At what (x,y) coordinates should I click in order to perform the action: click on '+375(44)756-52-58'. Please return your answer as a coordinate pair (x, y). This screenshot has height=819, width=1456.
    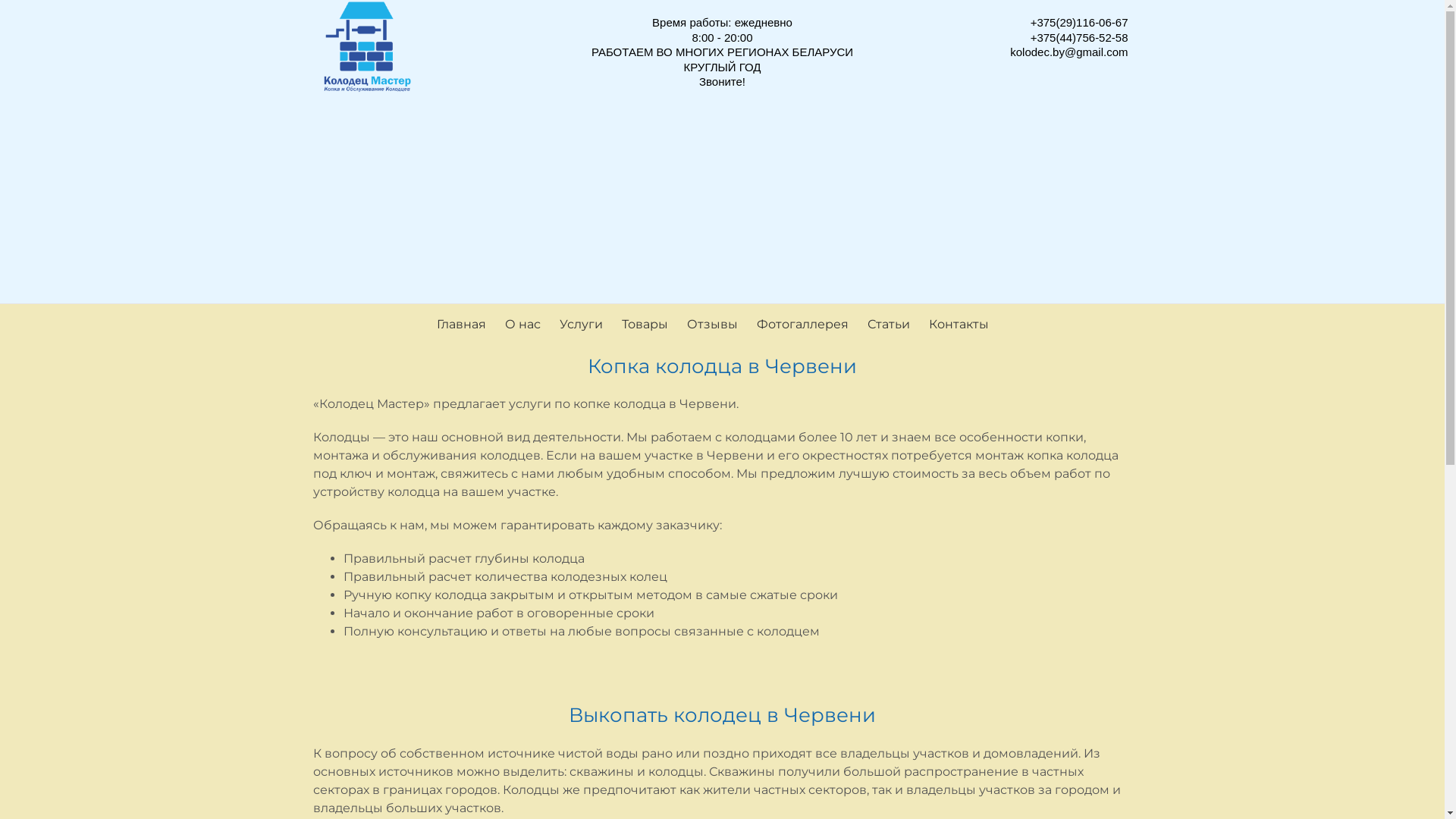
    Looking at the image, I should click on (1078, 36).